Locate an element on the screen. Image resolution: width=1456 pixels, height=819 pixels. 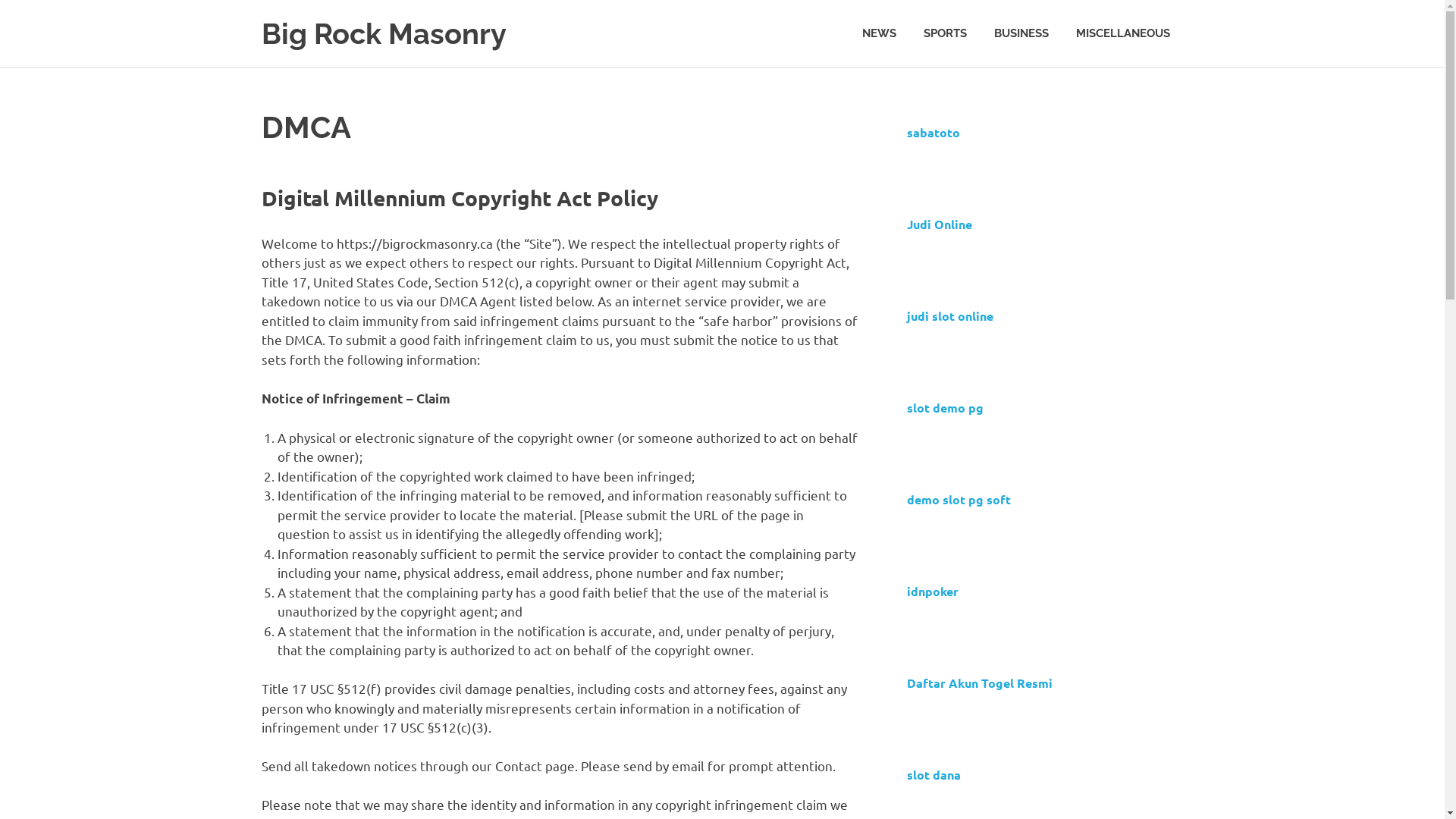
'slot dana' is located at coordinates (906, 774).